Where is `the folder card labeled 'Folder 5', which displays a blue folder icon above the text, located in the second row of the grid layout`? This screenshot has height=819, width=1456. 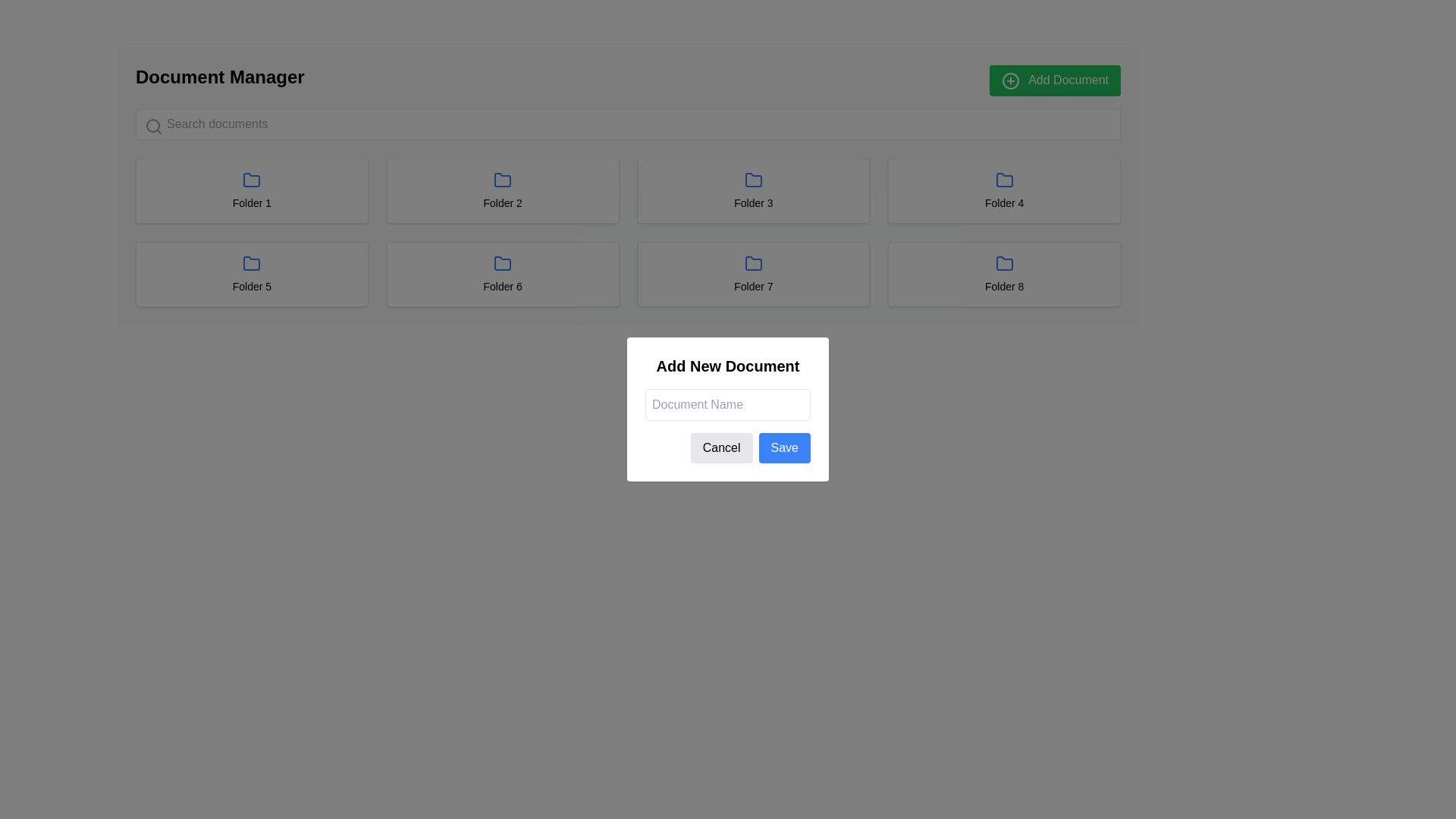 the folder card labeled 'Folder 5', which displays a blue folder icon above the text, located in the second row of the grid layout is located at coordinates (252, 274).